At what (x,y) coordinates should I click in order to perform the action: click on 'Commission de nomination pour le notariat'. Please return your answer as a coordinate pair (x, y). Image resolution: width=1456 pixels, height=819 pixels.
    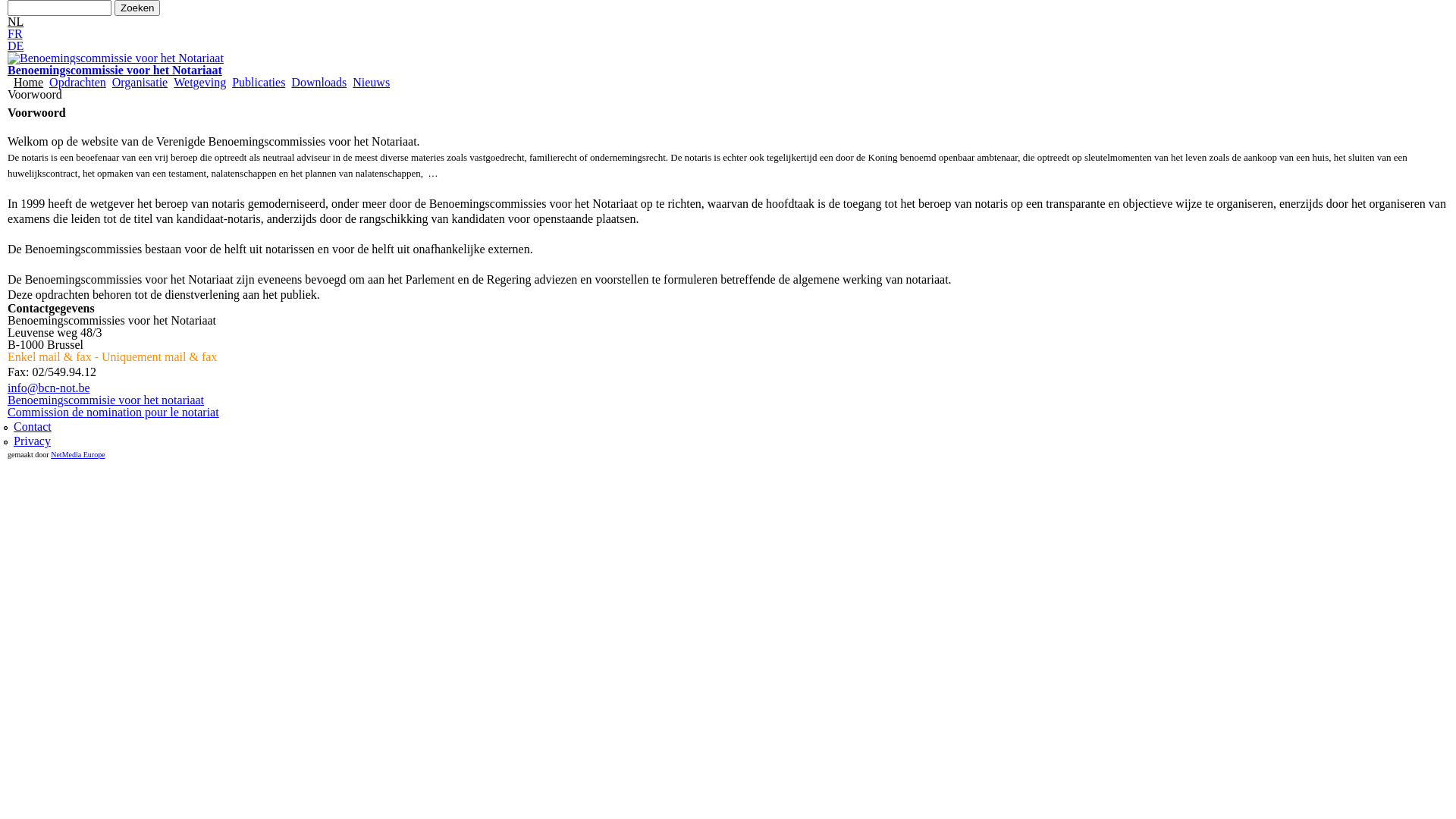
    Looking at the image, I should click on (112, 412).